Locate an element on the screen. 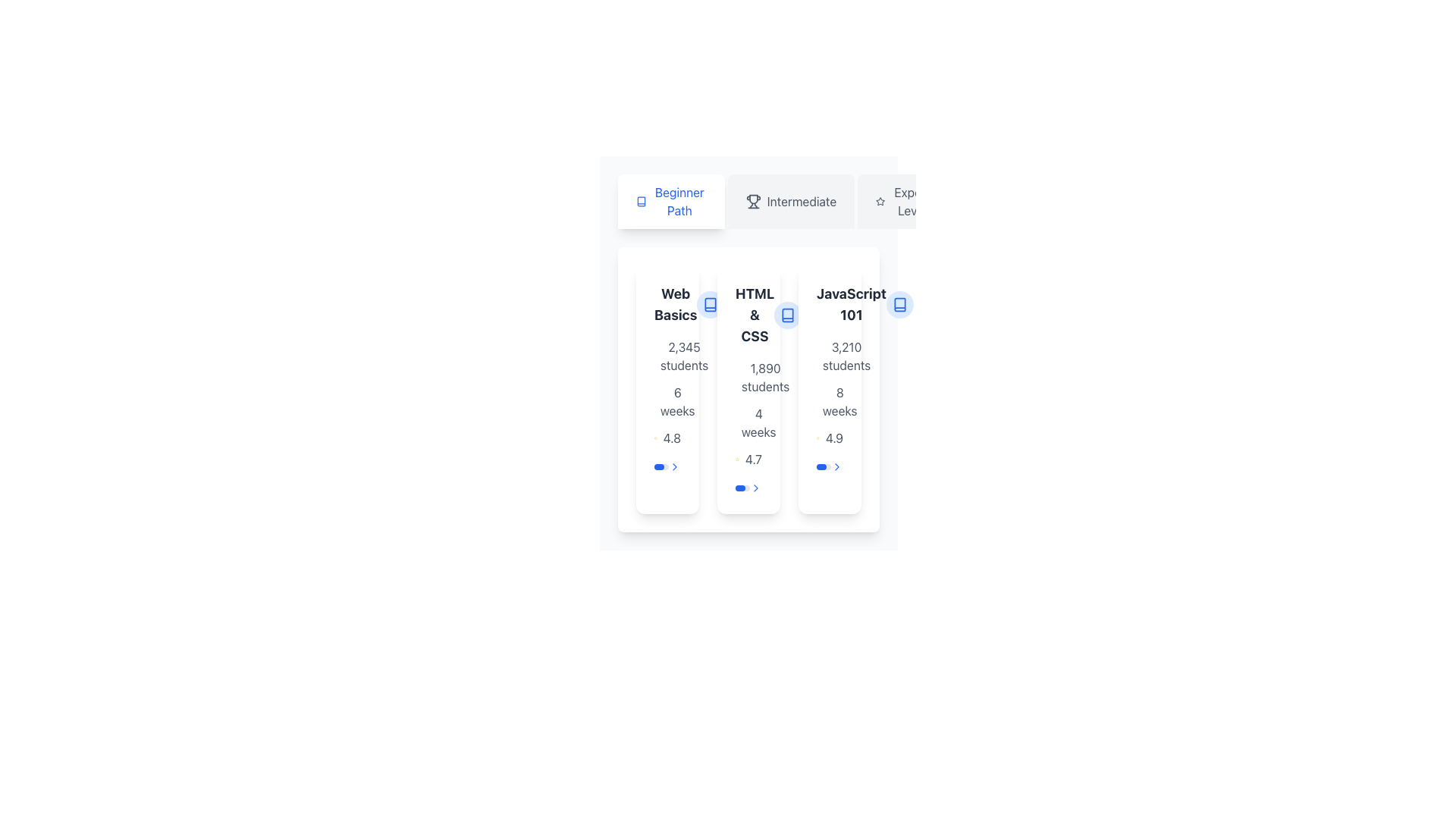  the circular blue icon with a book symbol, located at the top-right corner of the 'JavaScript 101' course card is located at coordinates (899, 304).